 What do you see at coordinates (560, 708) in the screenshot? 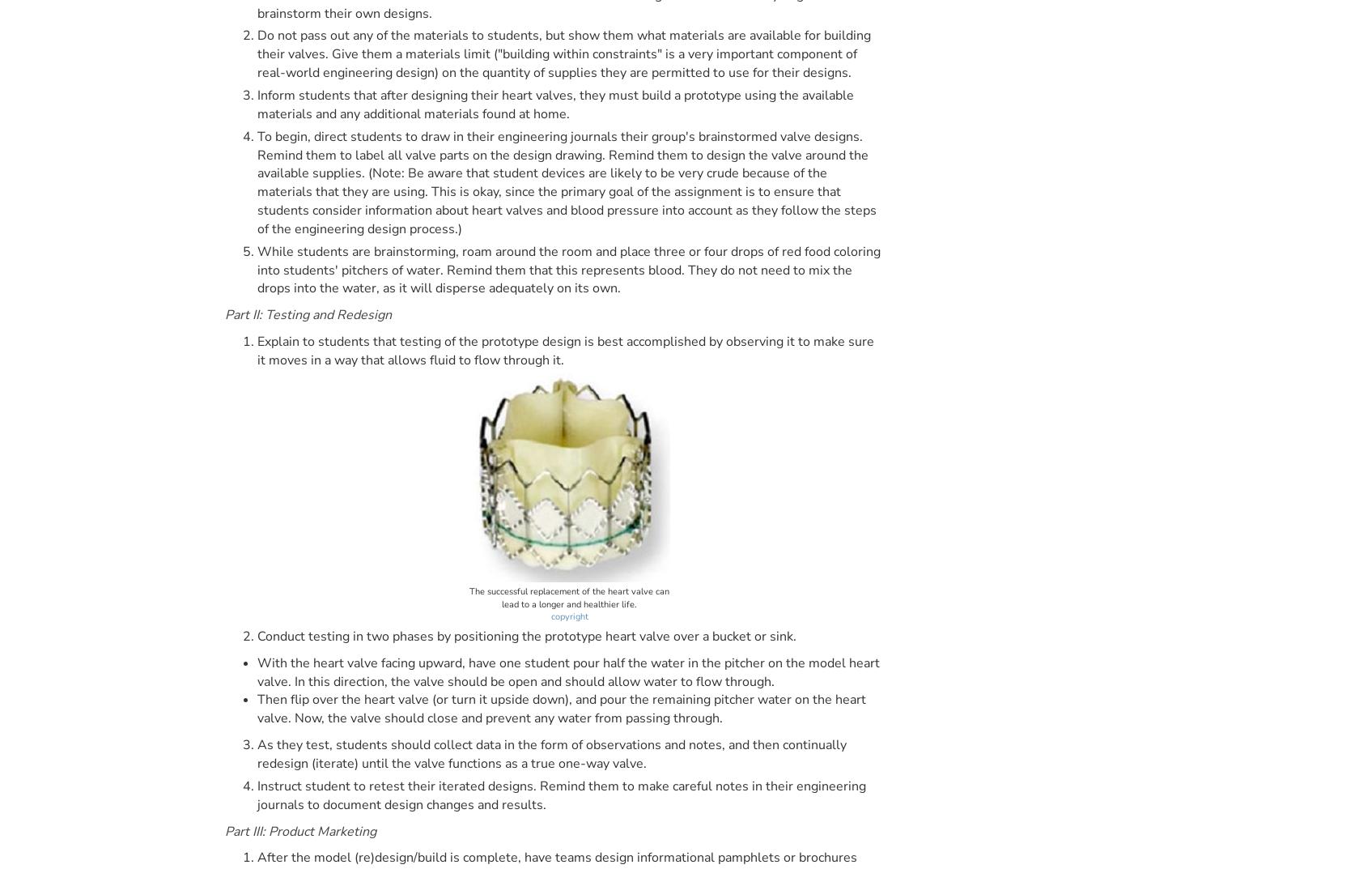
I see `'Then flip over the heart valve (or turn it upside down), and pour the remaining pitcher water on the heart valve. Now, the valve should close and prevent any water from passing through.'` at bounding box center [560, 708].